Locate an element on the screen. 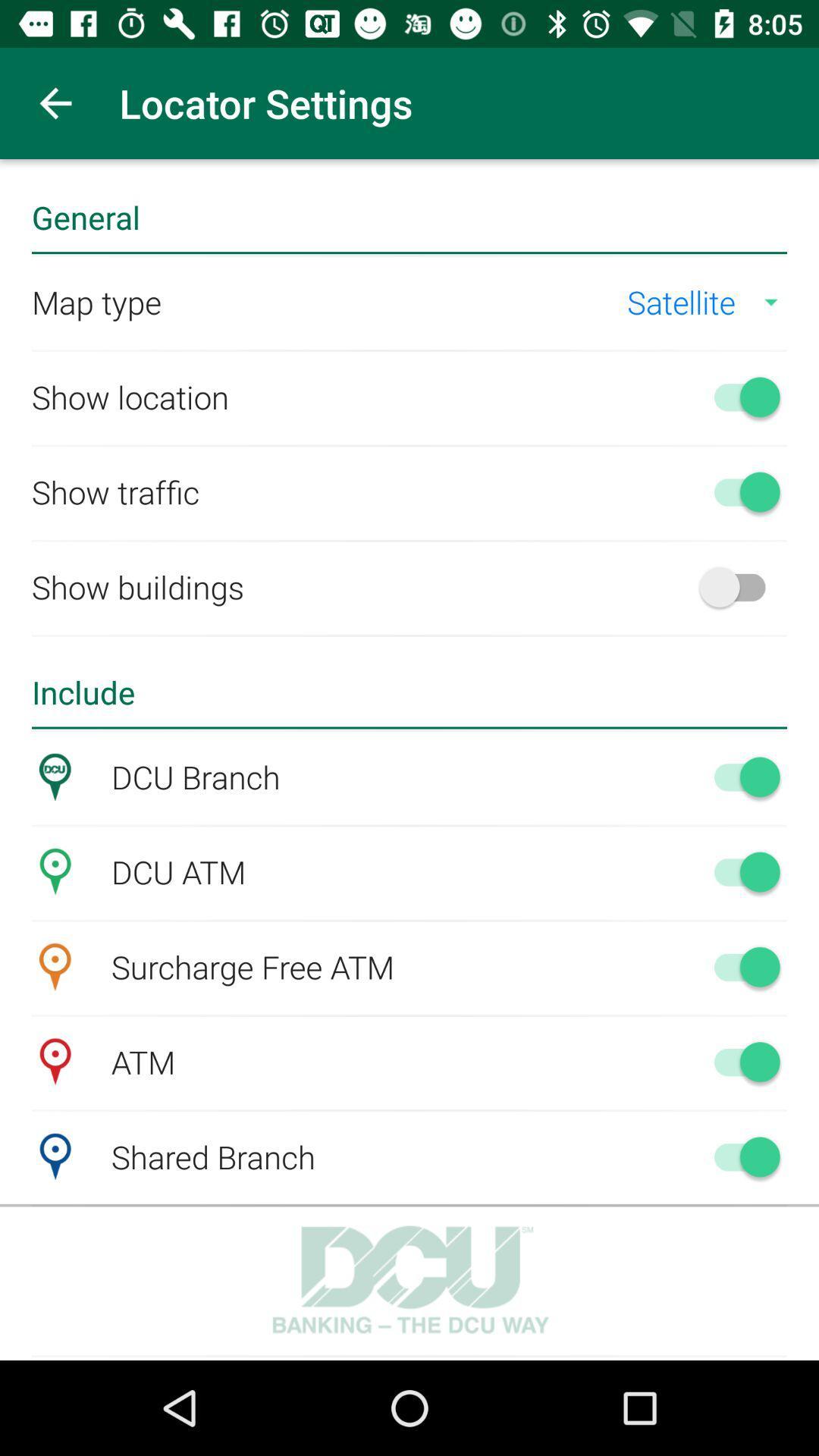  the item above the general item is located at coordinates (55, 102).